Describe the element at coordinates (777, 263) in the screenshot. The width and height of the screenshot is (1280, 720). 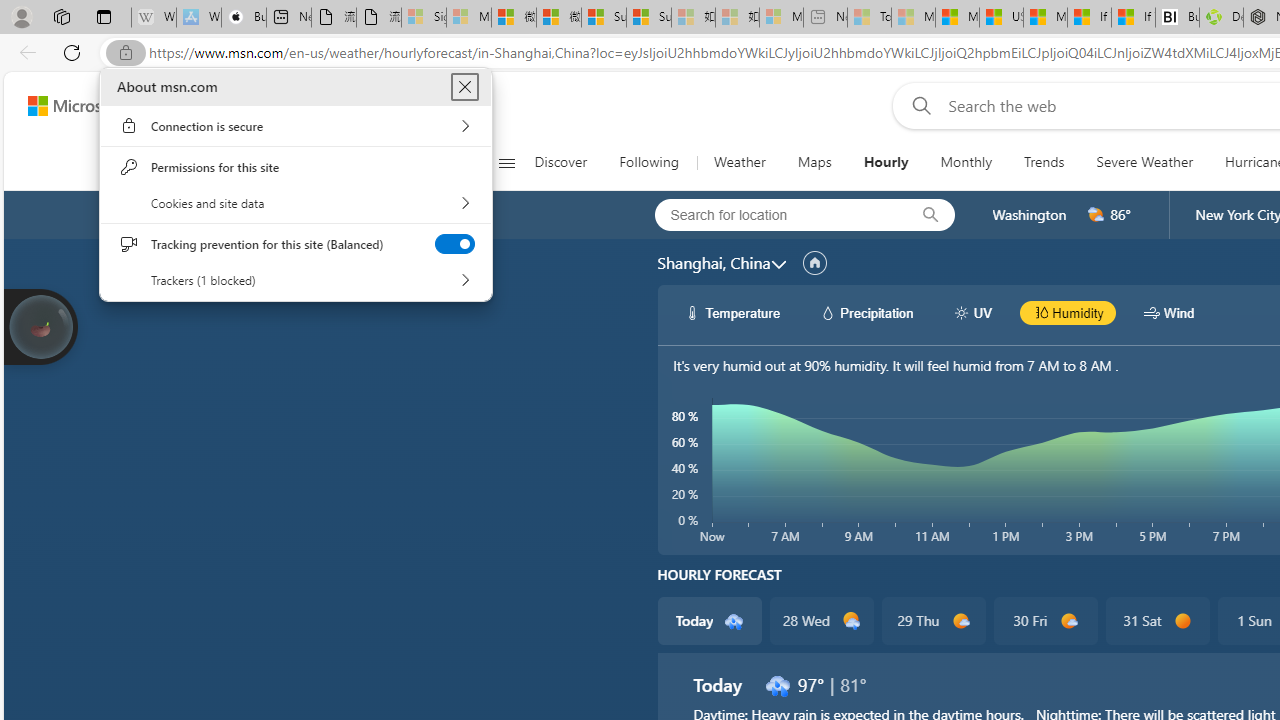
I see `'common/carouselChevron'` at that location.